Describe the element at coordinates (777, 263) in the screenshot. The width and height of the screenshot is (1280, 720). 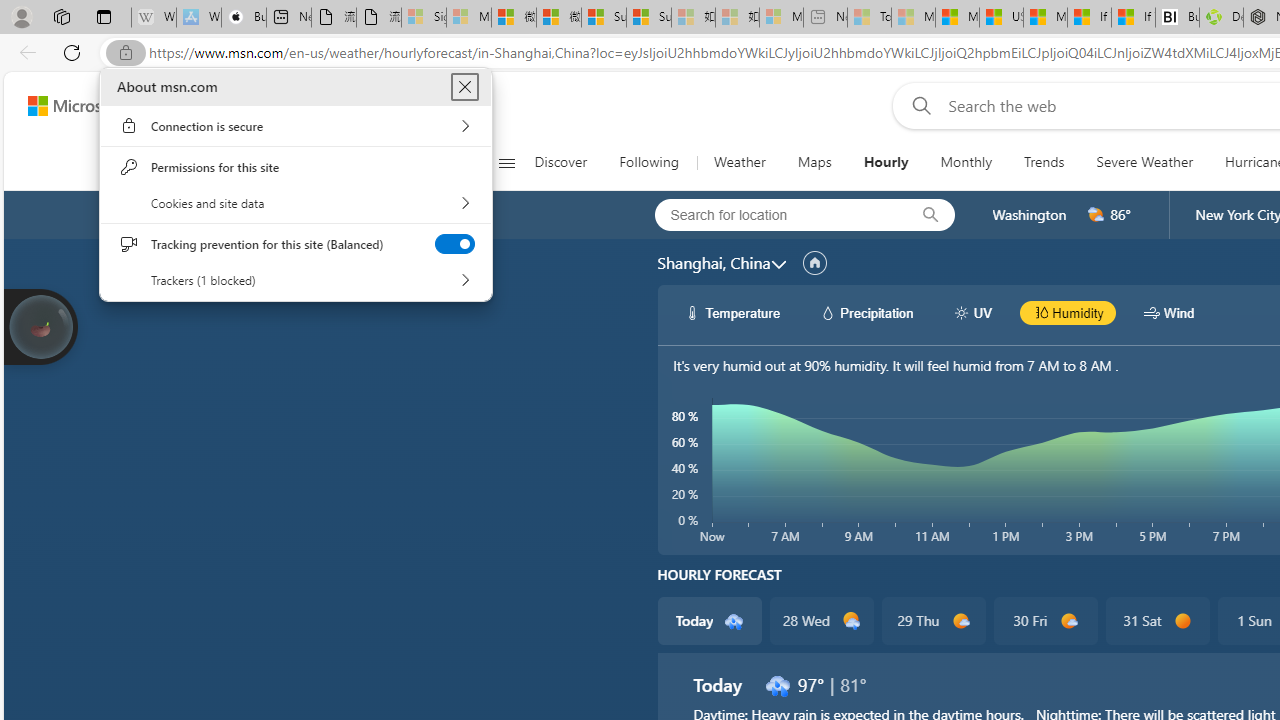
I see `'common/carouselChevron'` at that location.